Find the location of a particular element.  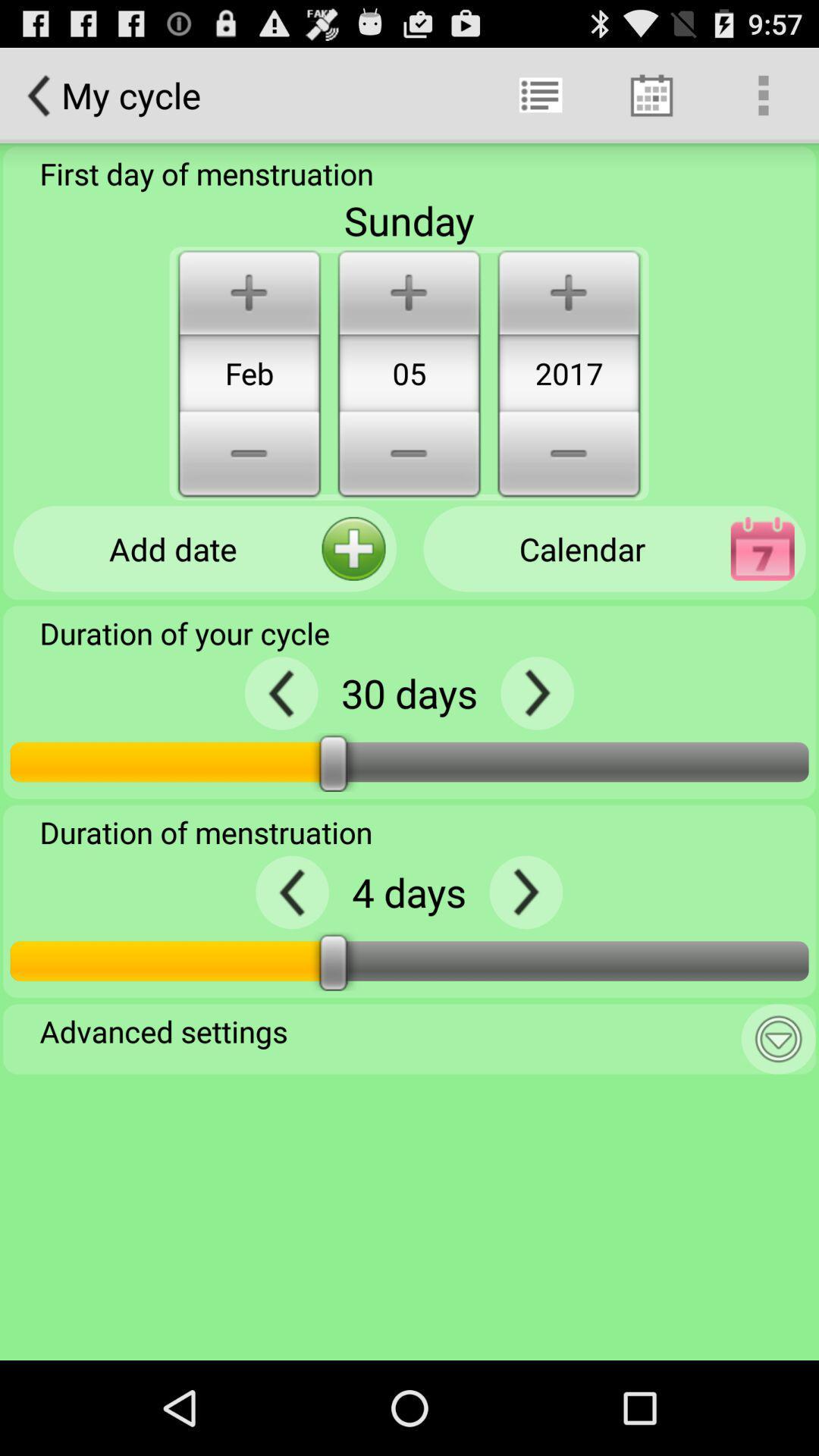

the button calendar on the web page is located at coordinates (614, 548).